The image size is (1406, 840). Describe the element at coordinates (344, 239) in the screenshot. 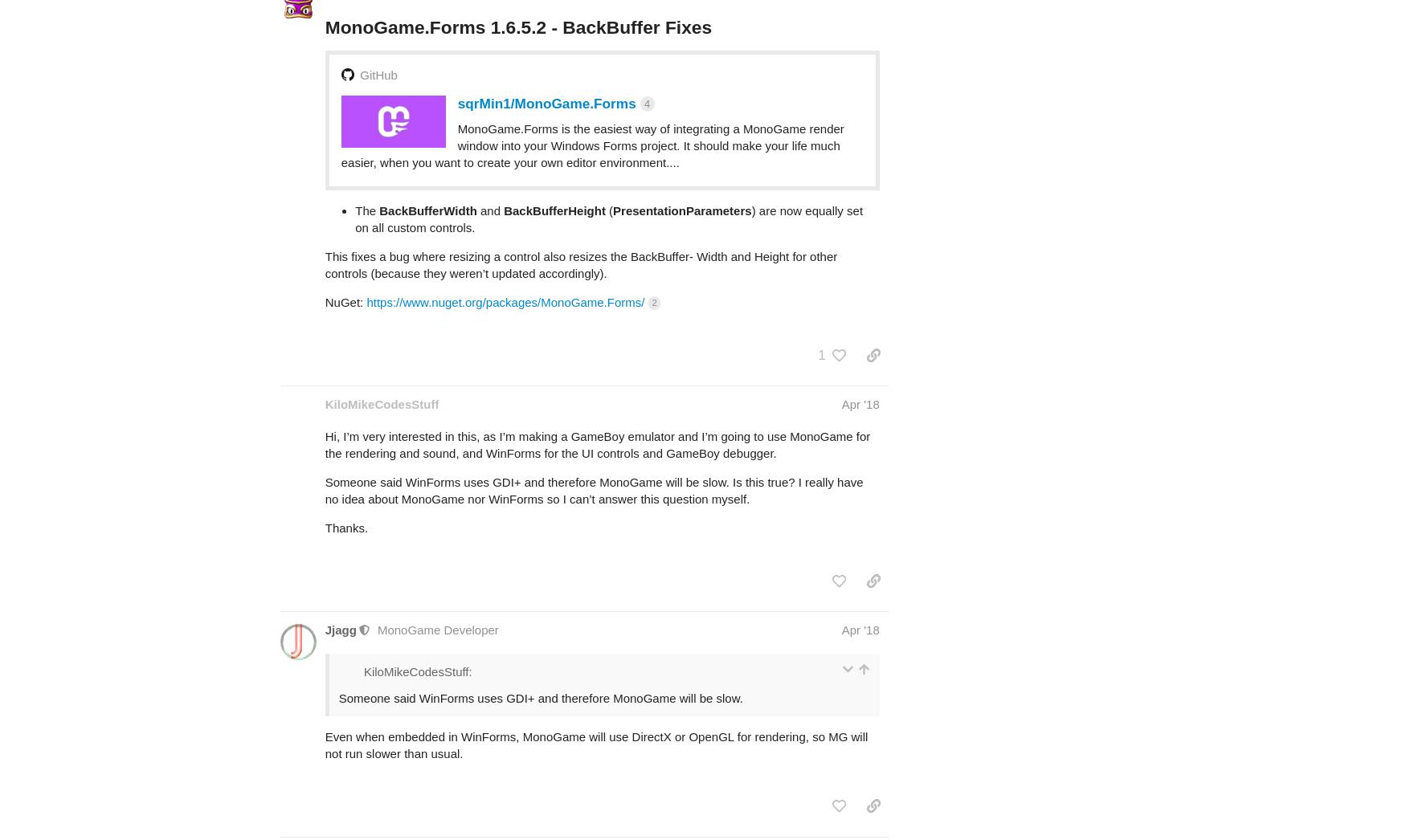

I see `'NuGet:'` at that location.